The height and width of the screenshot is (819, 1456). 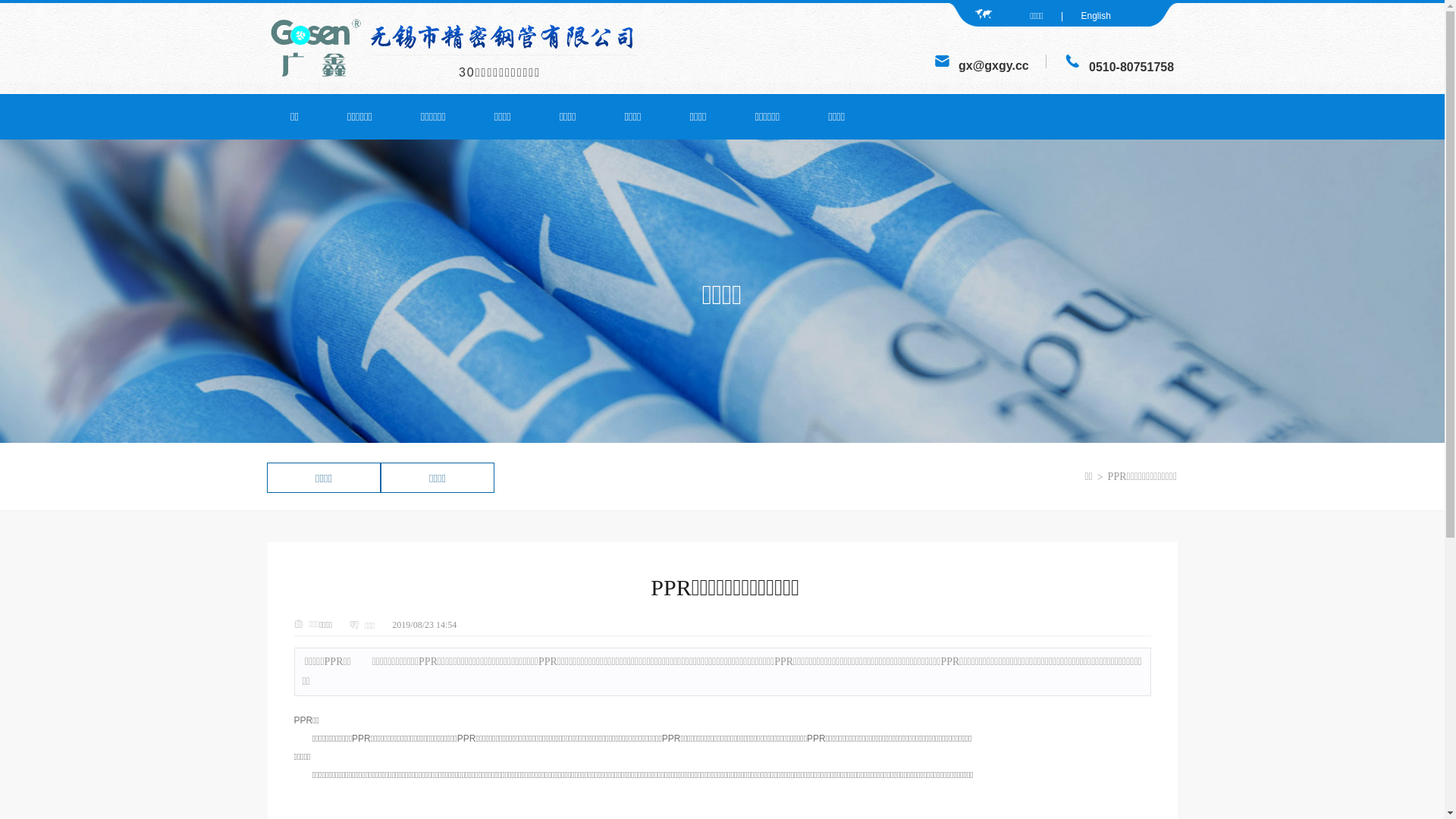 I want to click on 'JM', so click(x=508, y=35).